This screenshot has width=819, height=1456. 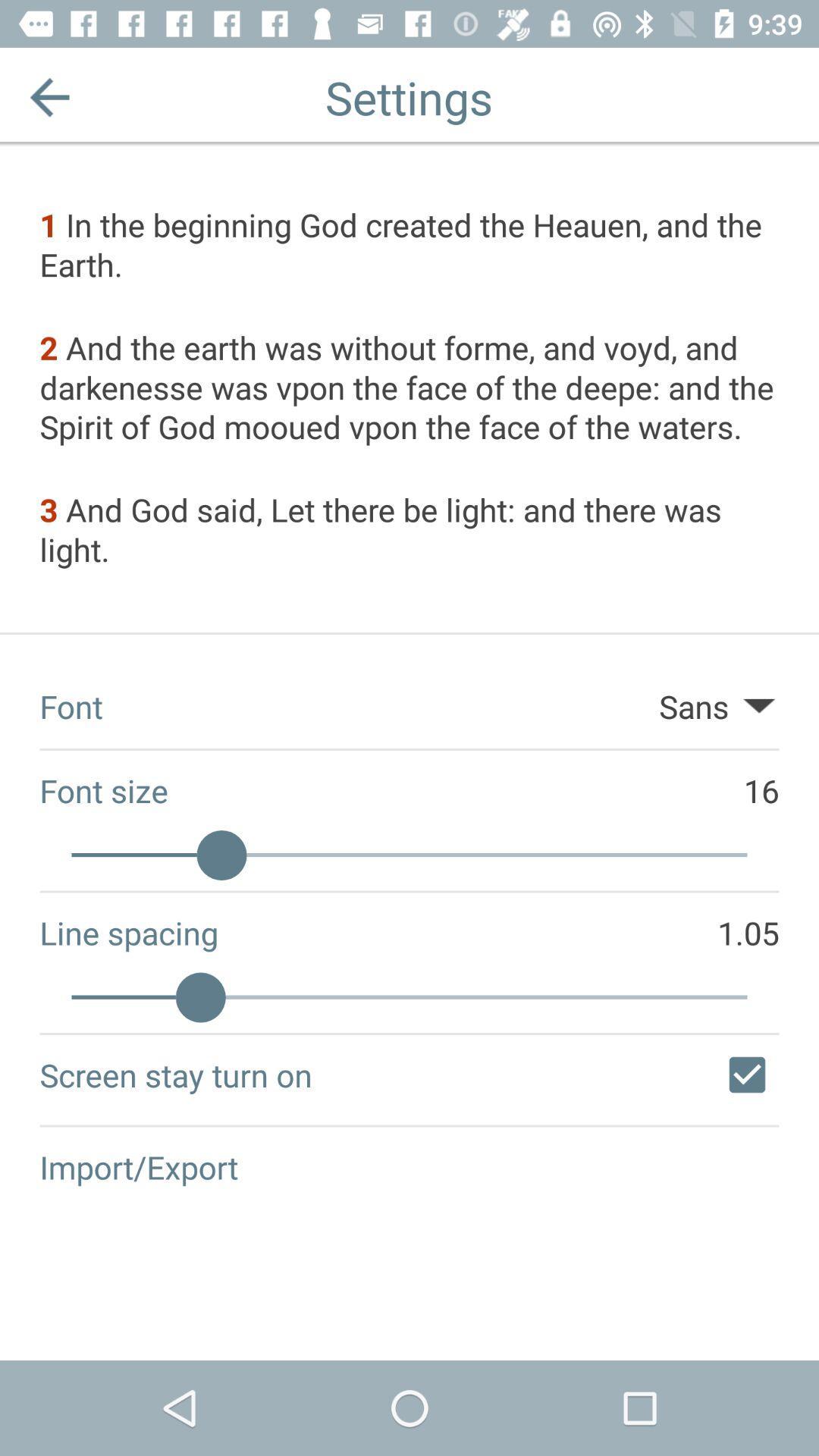 I want to click on checkbox at the bottom right corner, so click(x=746, y=1074).